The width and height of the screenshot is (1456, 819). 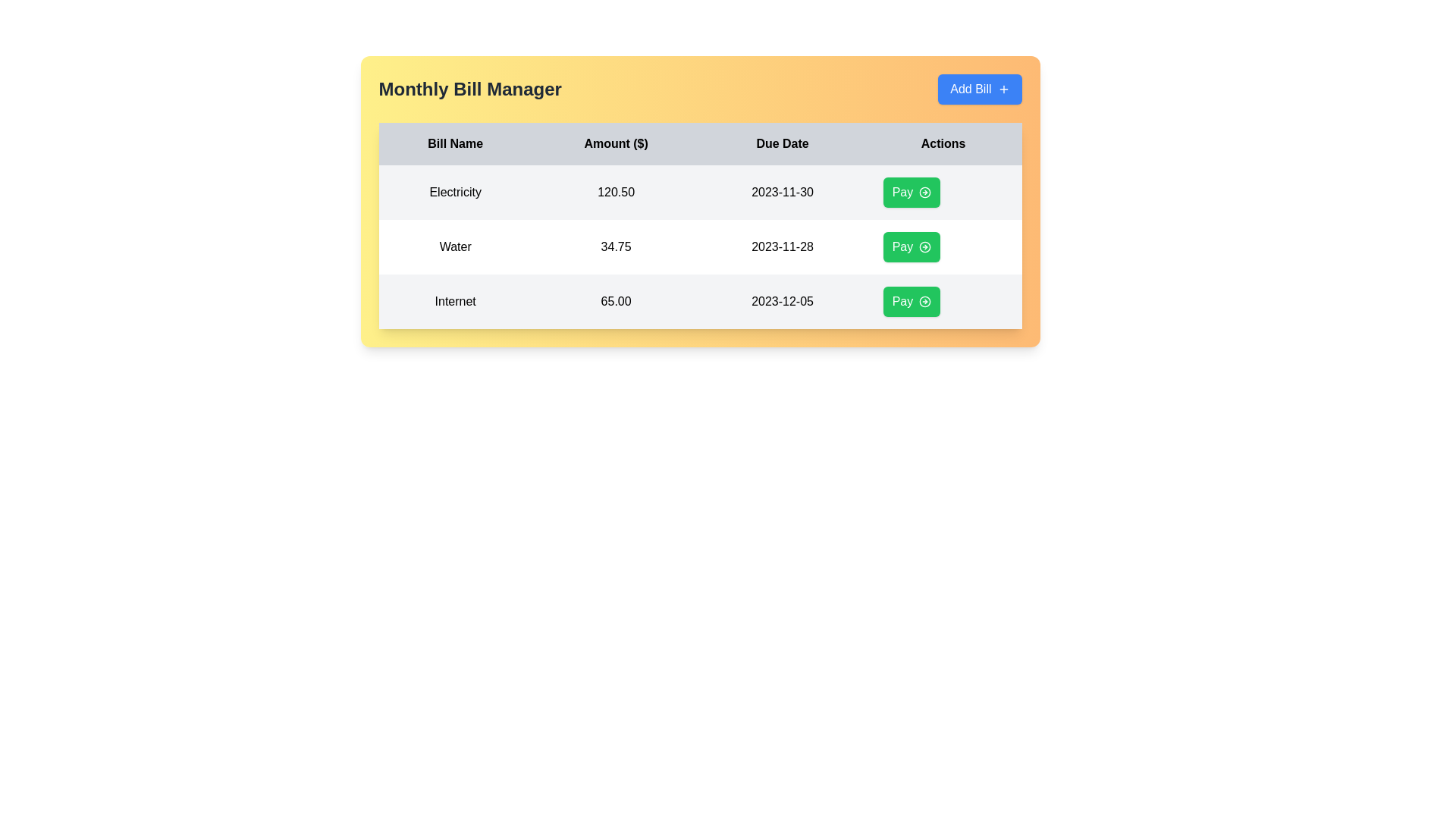 What do you see at coordinates (454, 301) in the screenshot?
I see `the Text label in the leftmost column of the third row under the 'Bill Name' column` at bounding box center [454, 301].